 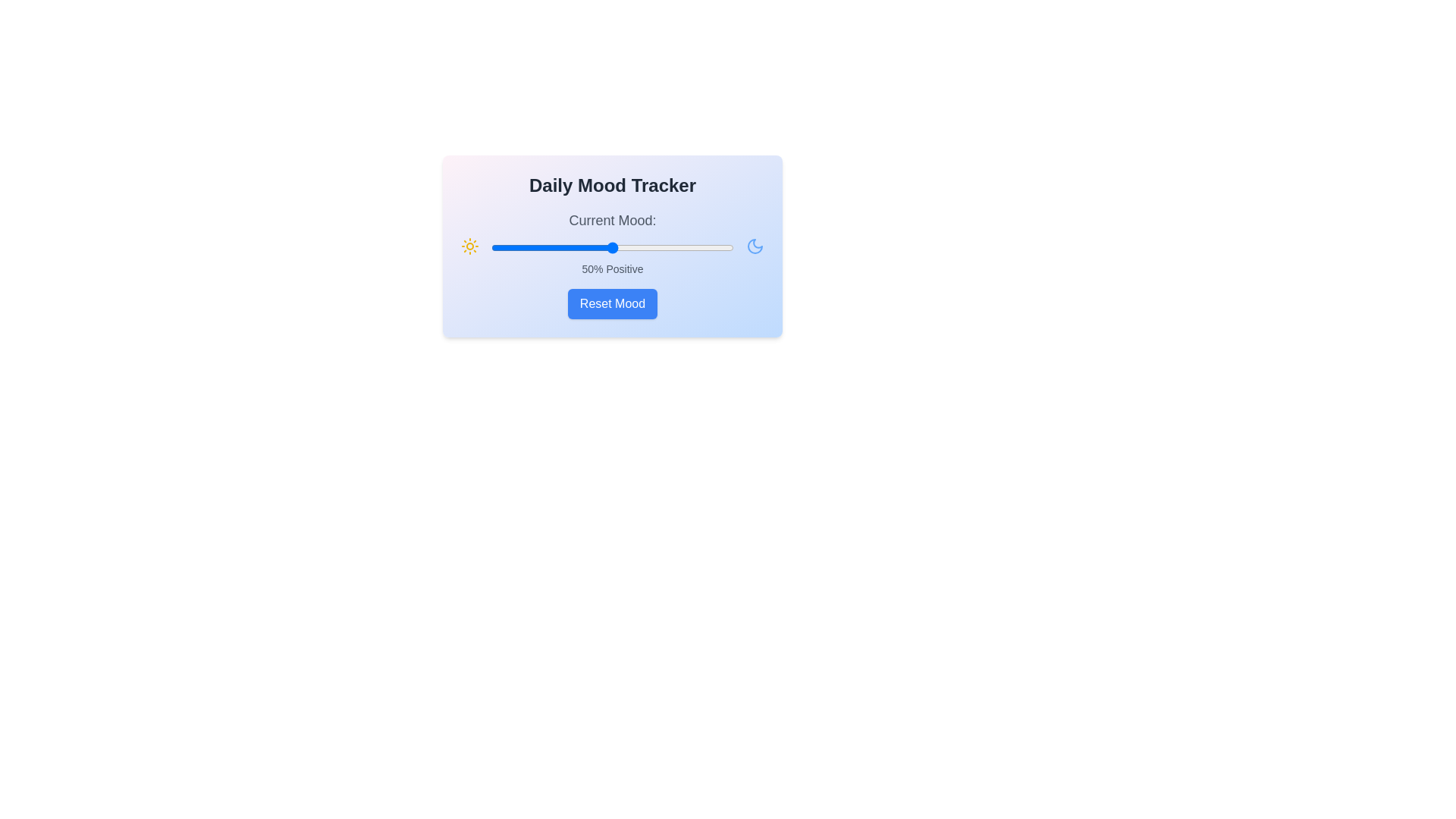 I want to click on the bright yellow sun icon, which is the first icon in the 'Current Mood' section, indicating a sunny state, so click(x=469, y=245).